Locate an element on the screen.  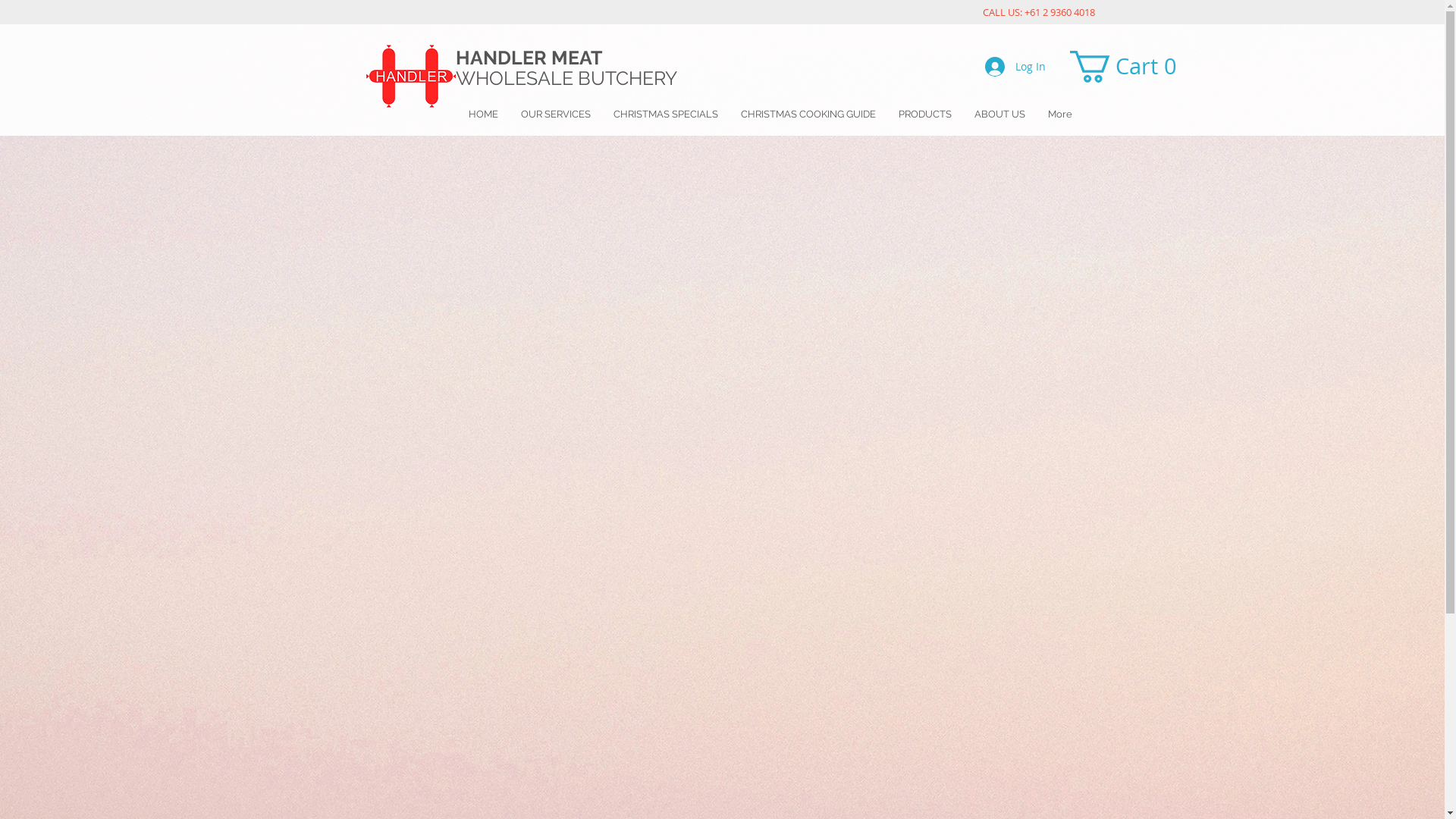
'CHRISTMAS COOKING GUIDE' is located at coordinates (807, 113).